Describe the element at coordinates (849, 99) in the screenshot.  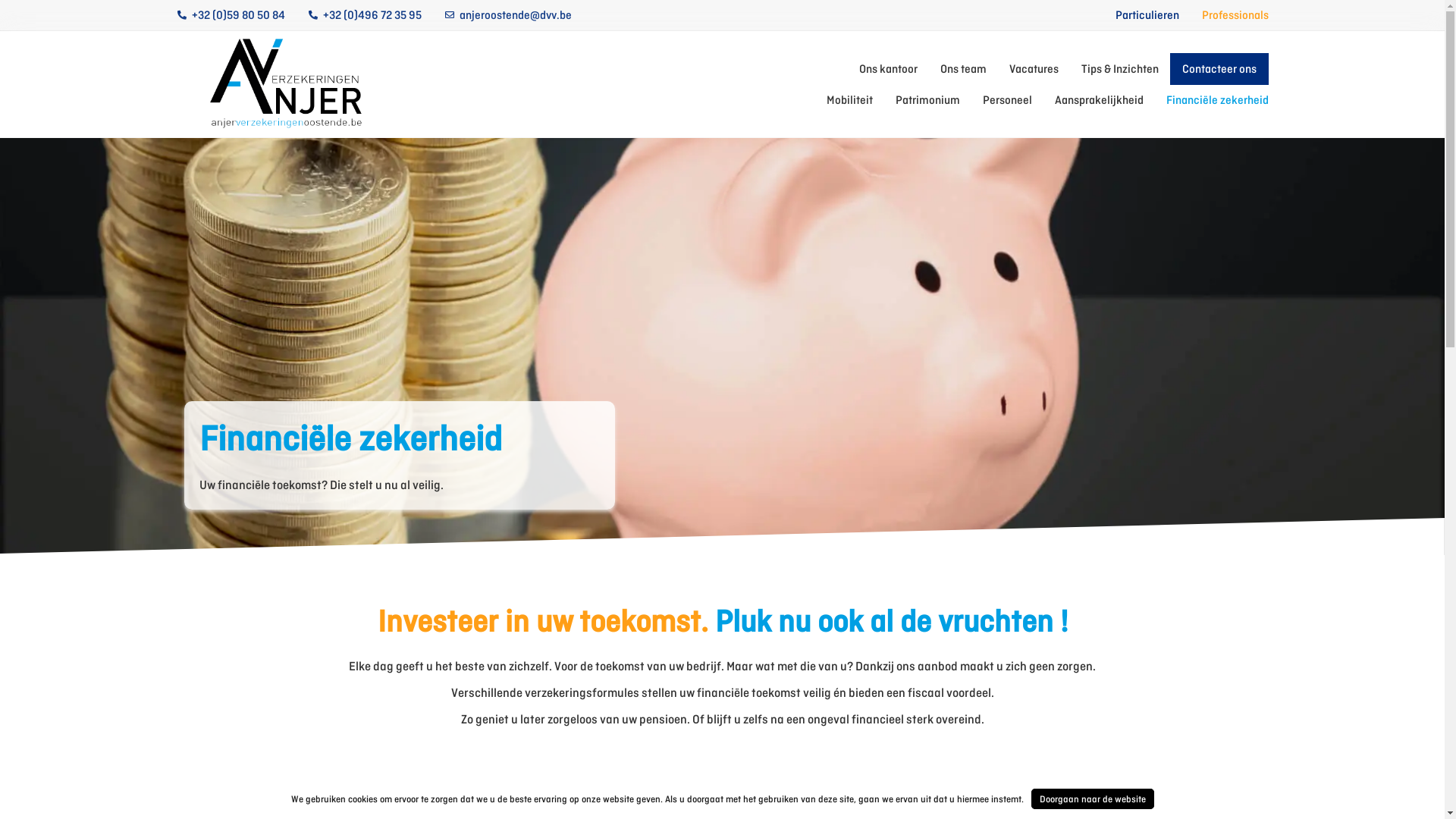
I see `'Mobiliteit'` at that location.